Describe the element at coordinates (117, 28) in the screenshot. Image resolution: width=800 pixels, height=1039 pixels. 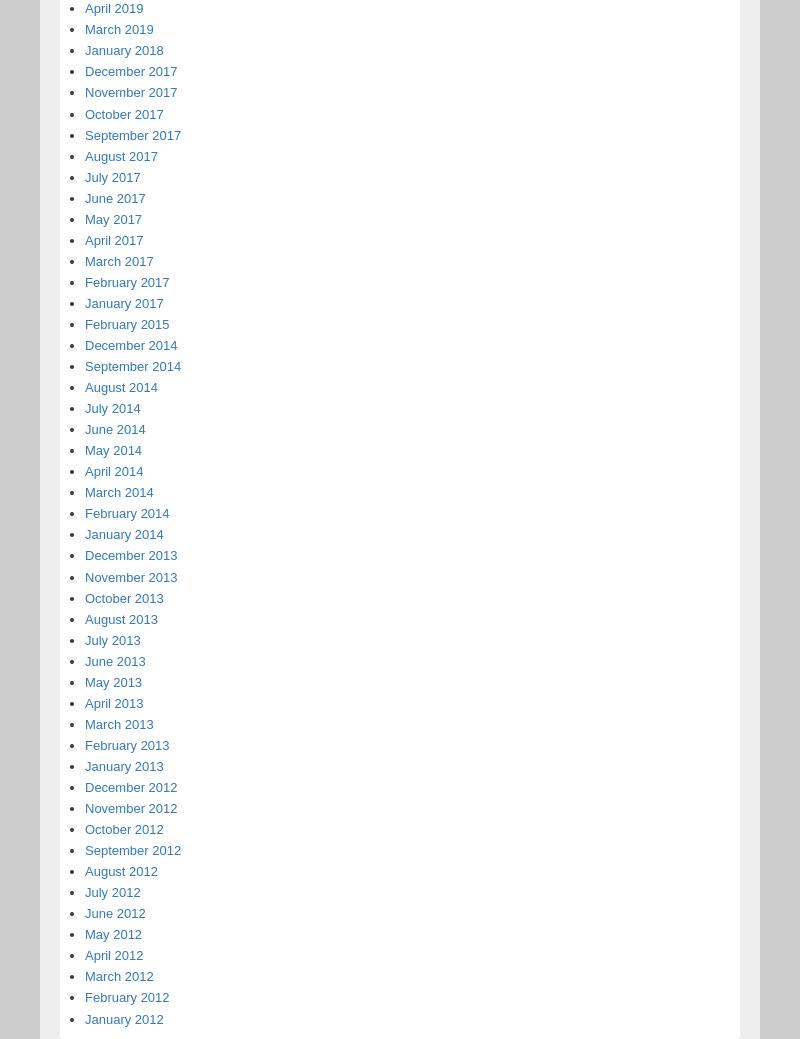
I see `'March 2019'` at that location.